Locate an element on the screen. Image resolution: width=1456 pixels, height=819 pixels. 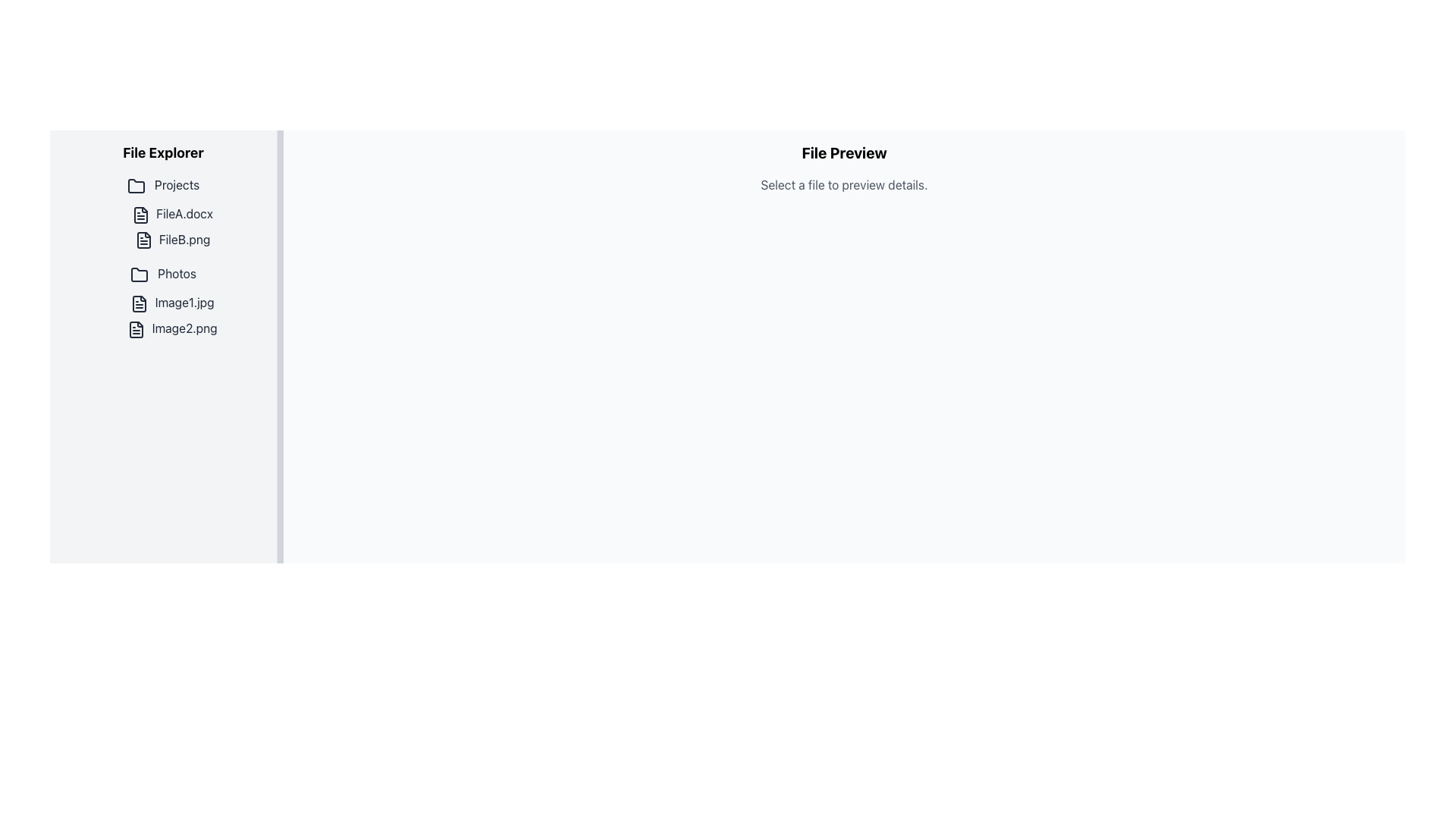
the document icon located in the 'File Explorer' section to interact with the file 'Image1.jpg' is located at coordinates (140, 303).